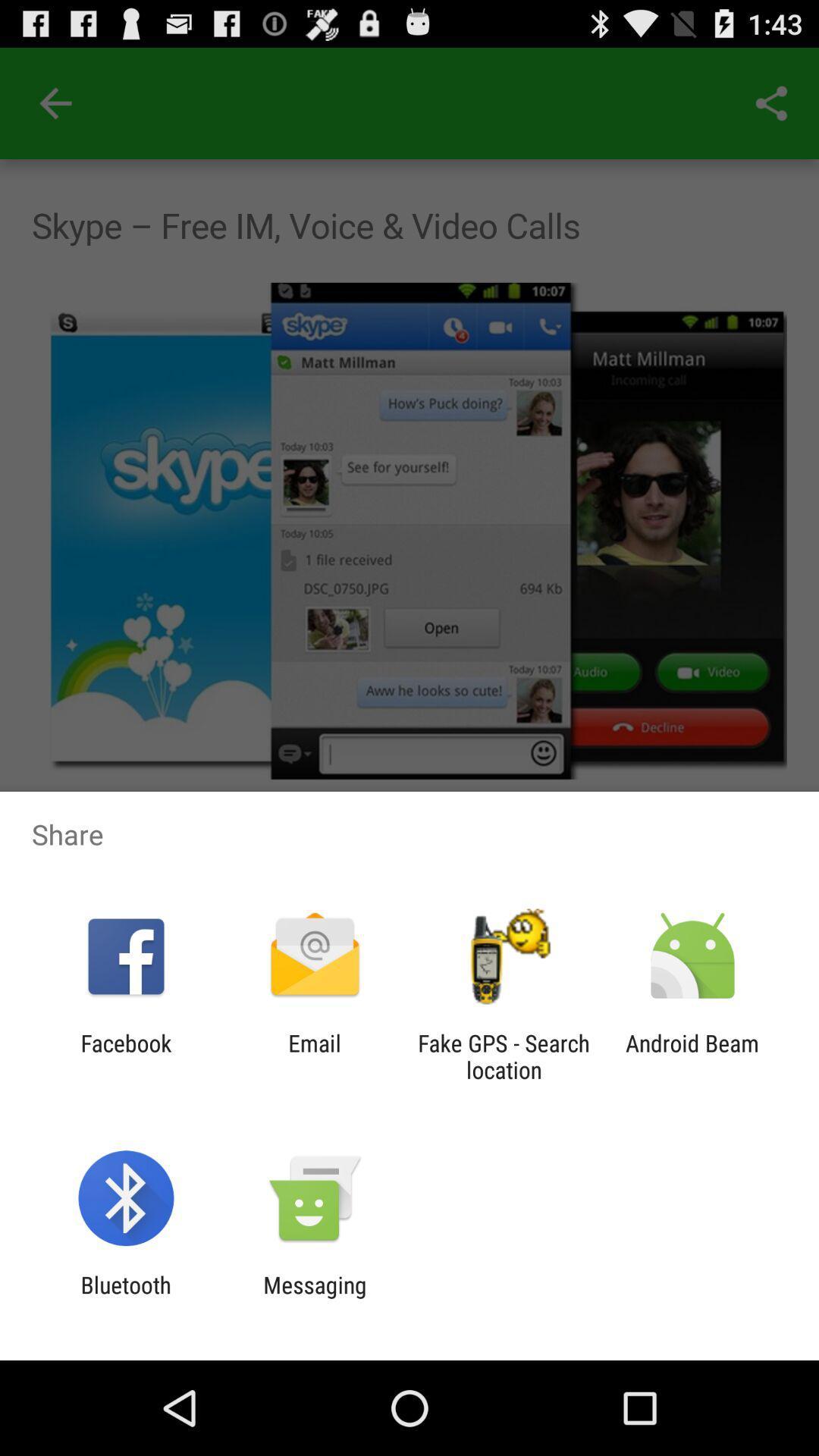 This screenshot has height=1456, width=819. What do you see at coordinates (504, 1056) in the screenshot?
I see `the fake gps search` at bounding box center [504, 1056].